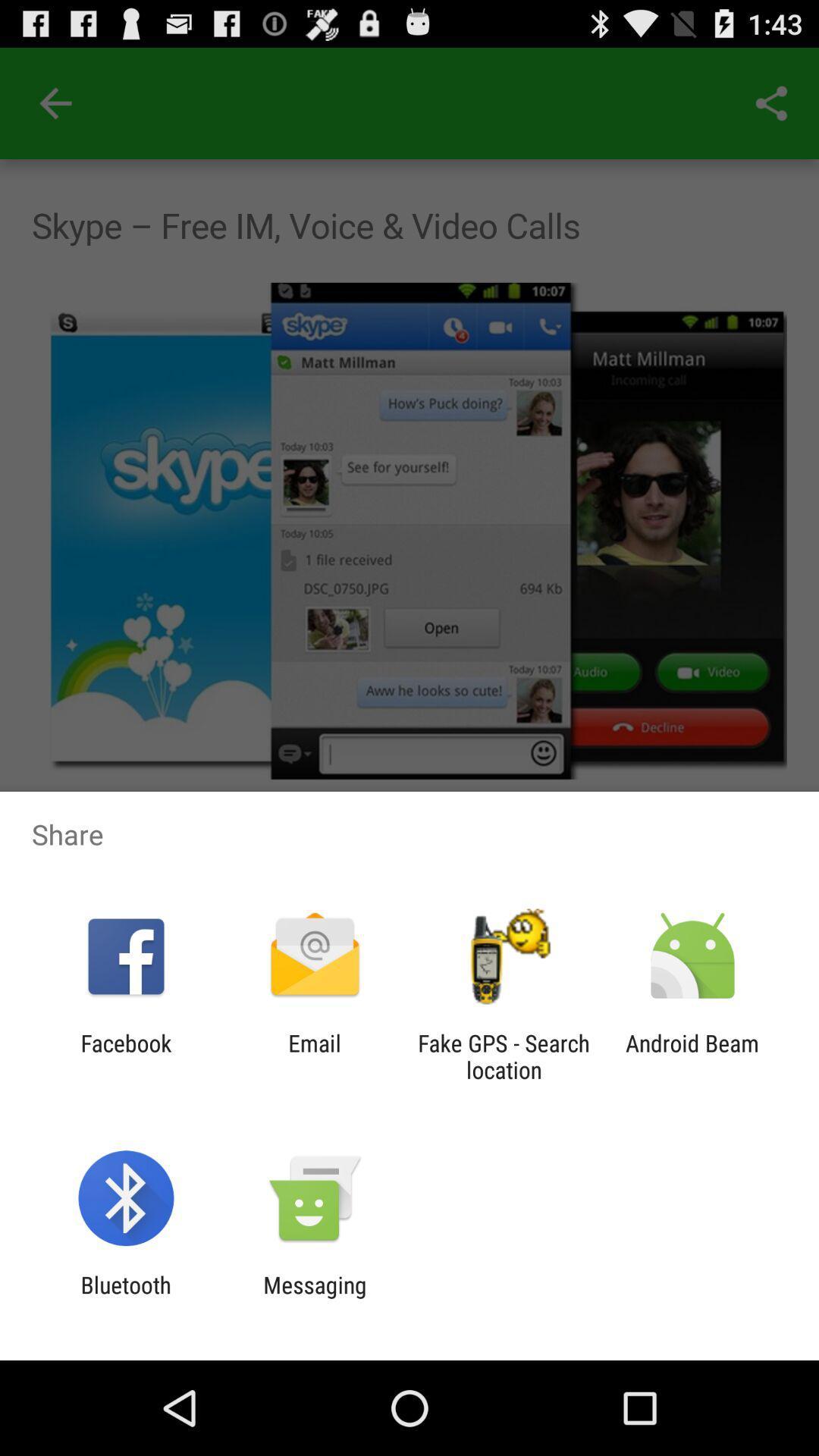 This screenshot has height=1456, width=819. What do you see at coordinates (504, 1056) in the screenshot?
I see `the fake gps search` at bounding box center [504, 1056].